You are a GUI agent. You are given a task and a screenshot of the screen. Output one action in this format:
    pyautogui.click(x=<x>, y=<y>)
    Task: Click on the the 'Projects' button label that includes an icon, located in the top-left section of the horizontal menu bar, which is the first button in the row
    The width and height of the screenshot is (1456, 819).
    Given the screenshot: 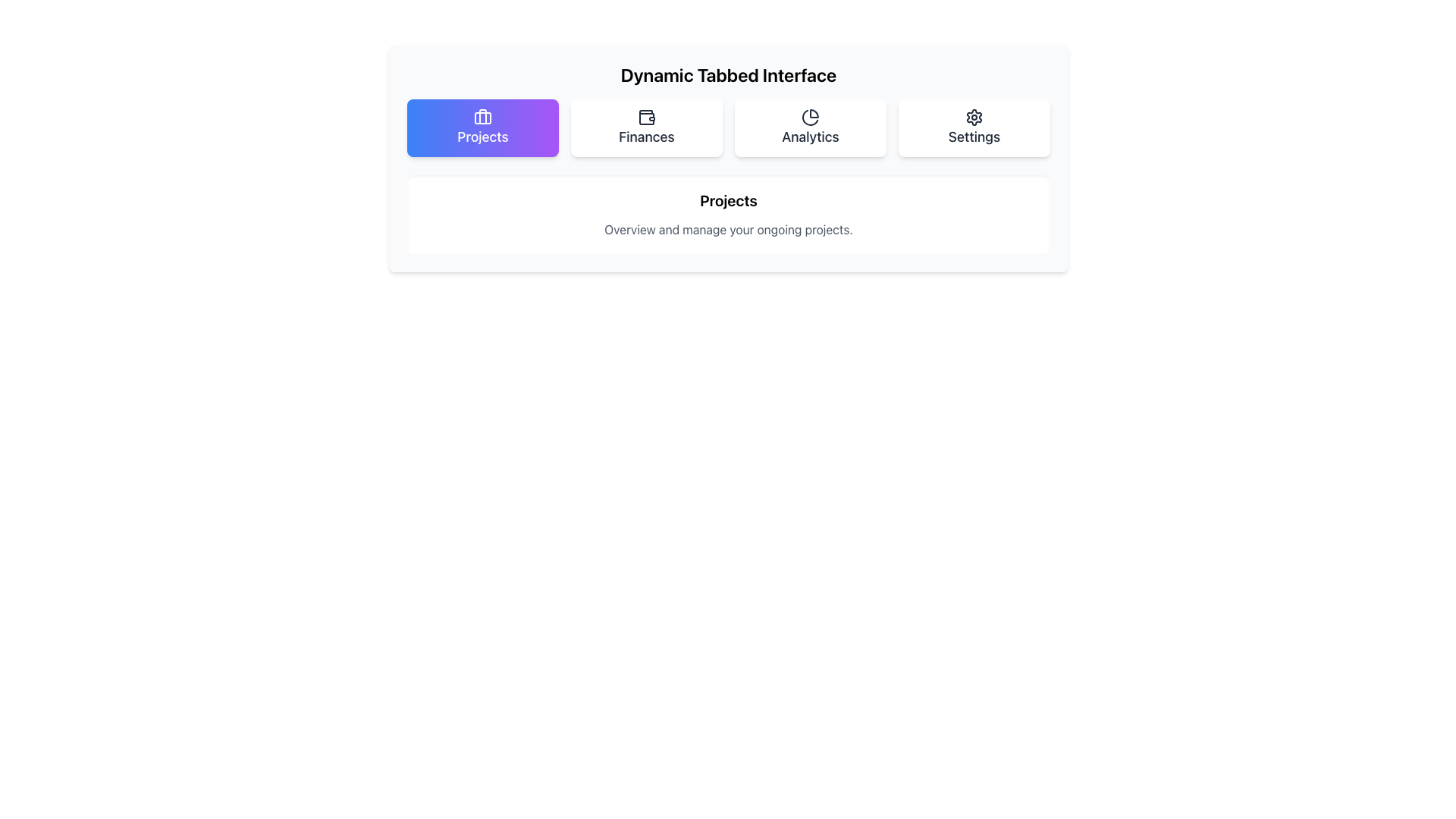 What is the action you would take?
    pyautogui.click(x=482, y=127)
    